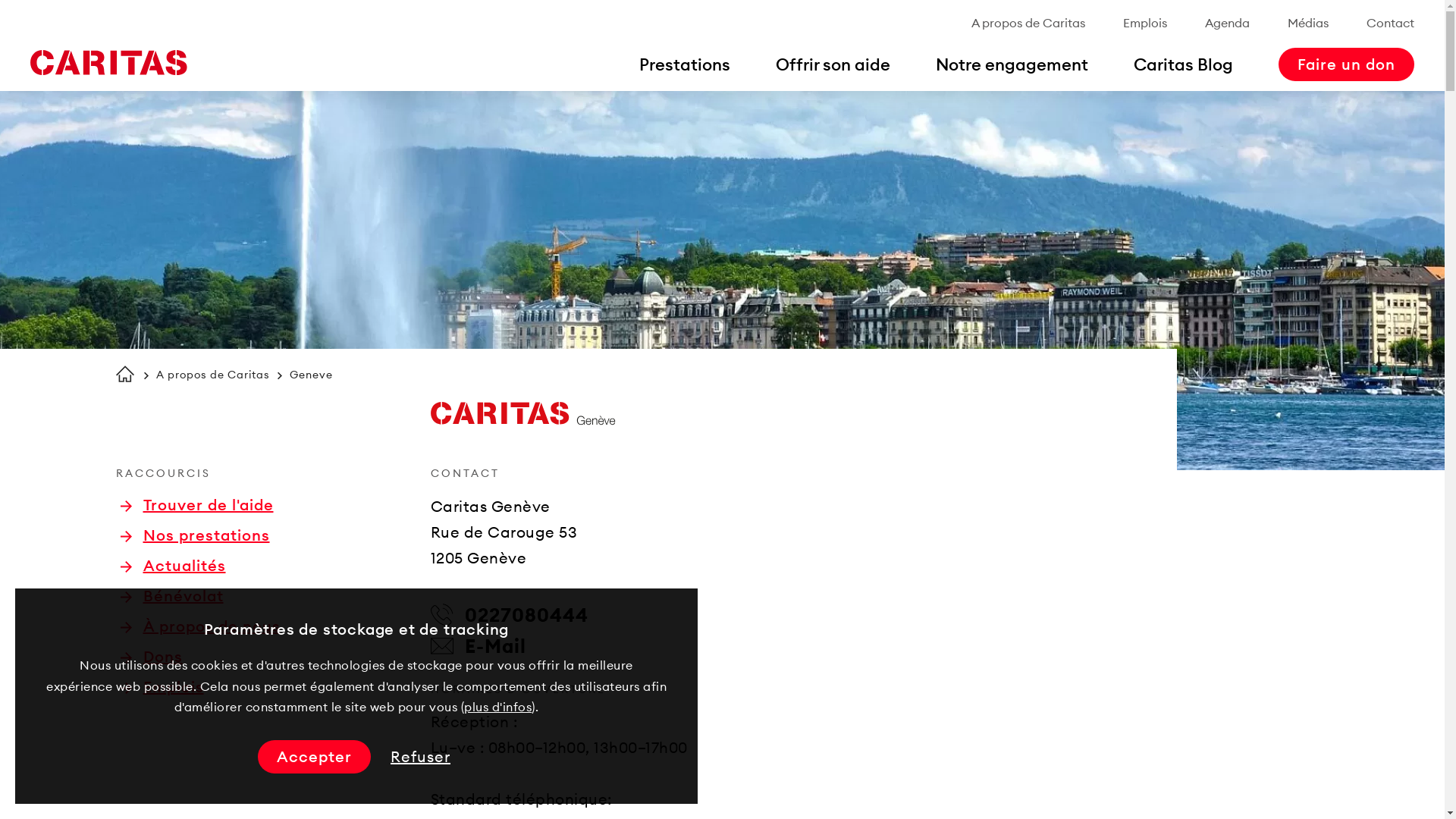 This screenshot has height=819, width=1456. What do you see at coordinates (150, 656) in the screenshot?
I see `'Dons'` at bounding box center [150, 656].